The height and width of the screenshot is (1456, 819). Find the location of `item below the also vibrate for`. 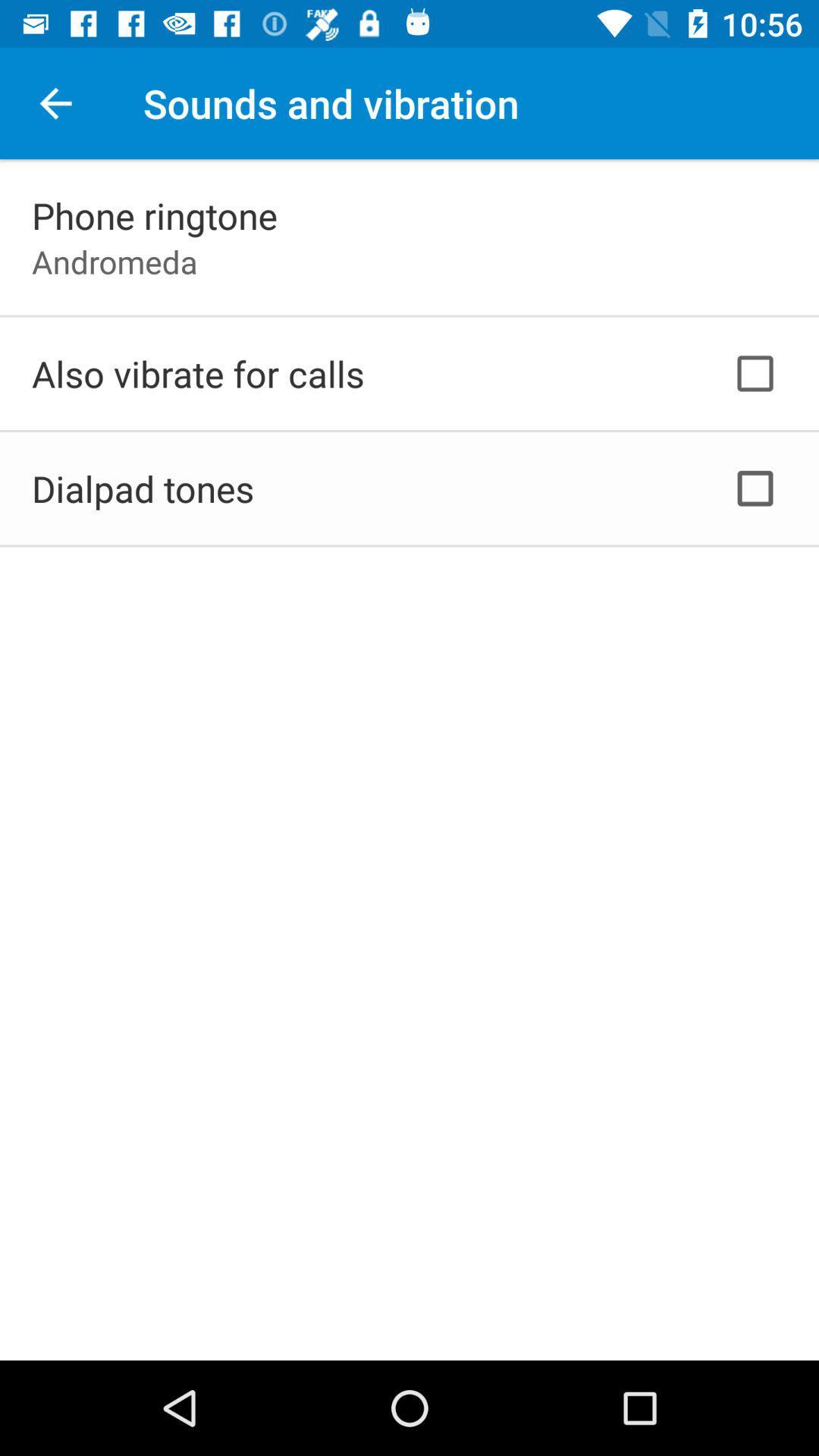

item below the also vibrate for is located at coordinates (143, 488).